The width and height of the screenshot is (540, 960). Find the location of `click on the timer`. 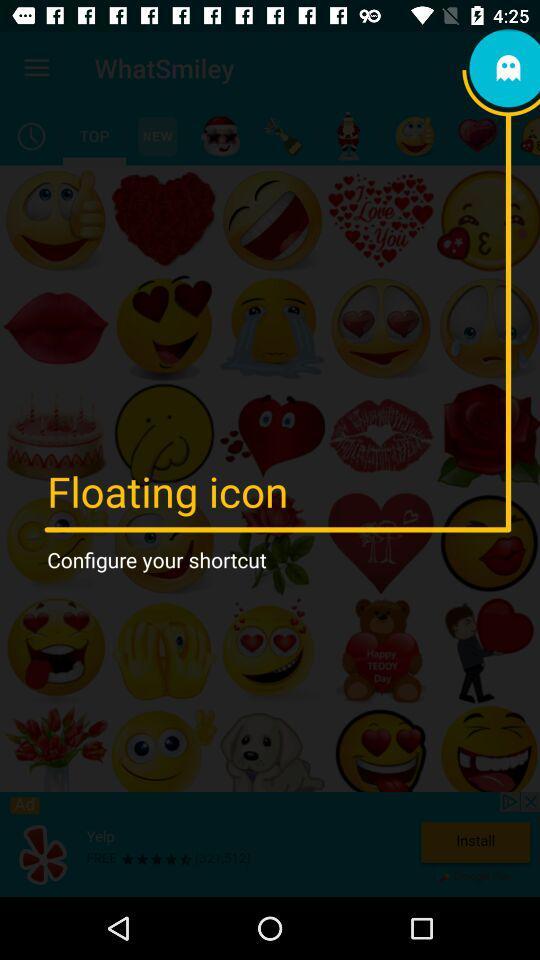

click on the timer is located at coordinates (30, 135).